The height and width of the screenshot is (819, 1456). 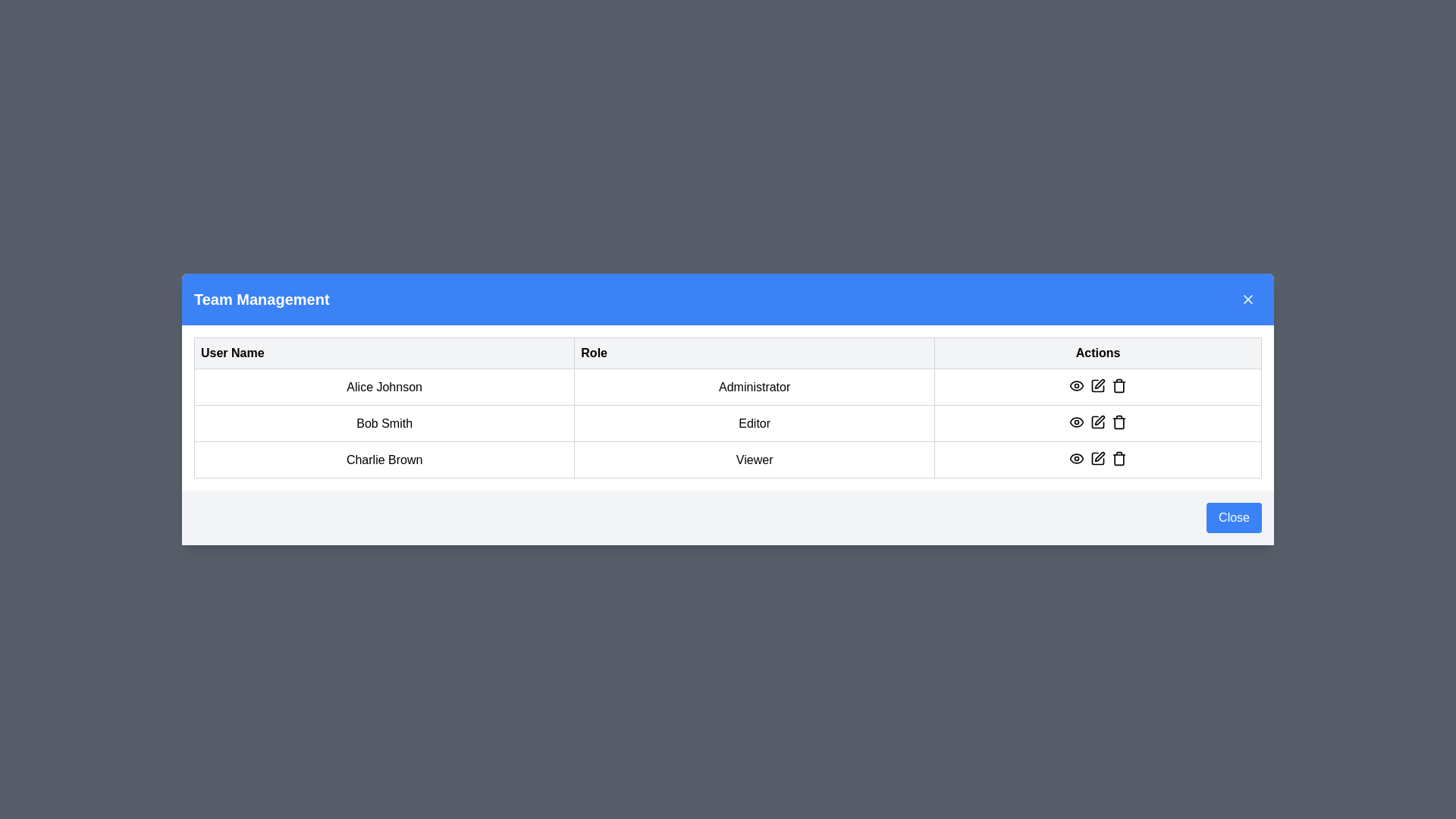 What do you see at coordinates (728, 385) in the screenshot?
I see `the table row entry containing 'Alice Johnson' and 'Administrator', which is located in the first row of the table, positioned between the header and the row with 'Bob Smith Editor'` at bounding box center [728, 385].